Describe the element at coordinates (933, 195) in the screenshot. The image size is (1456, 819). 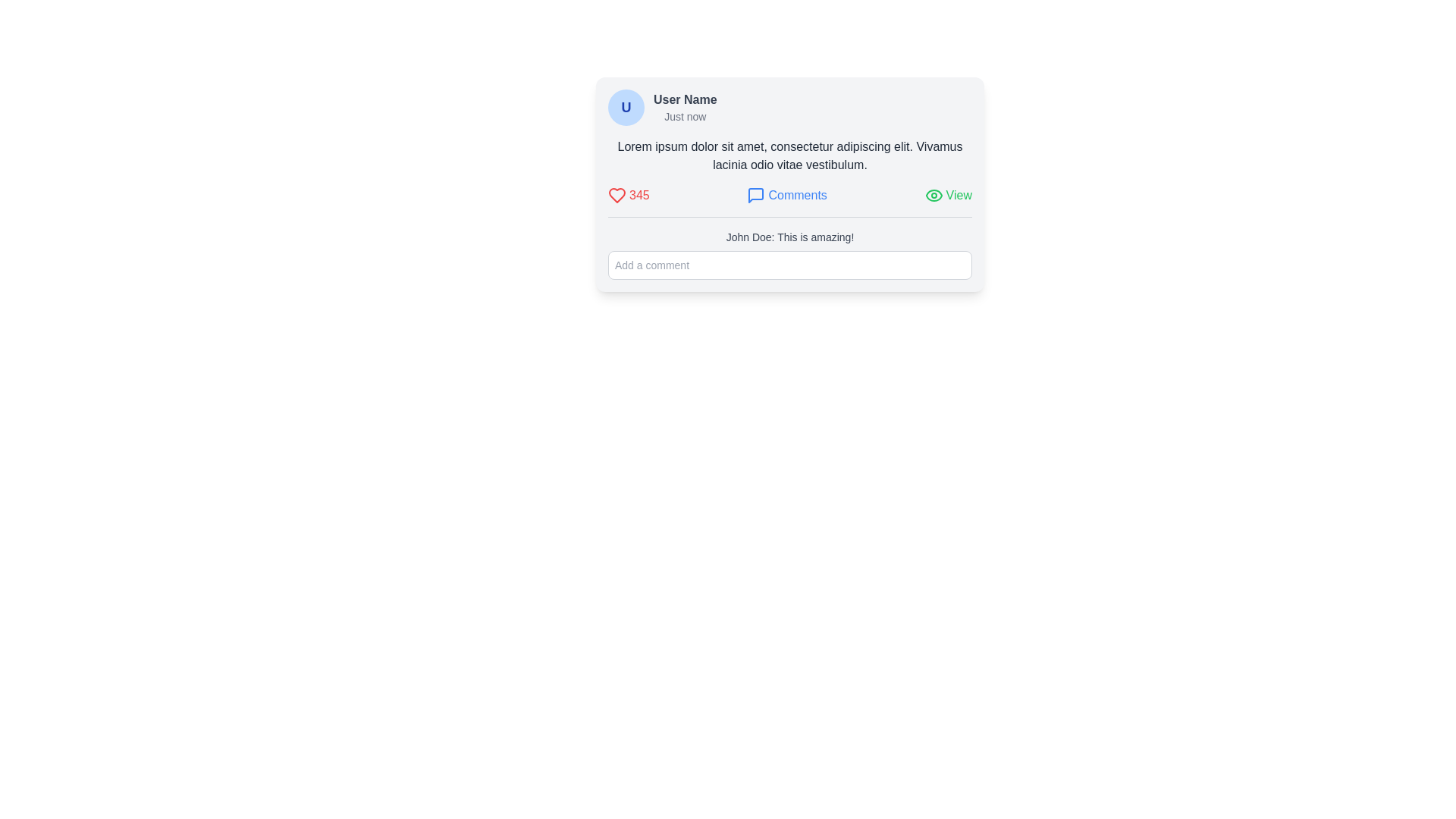
I see `the outer ellipse of the eye icon representing the 'view' option within the interface` at that location.